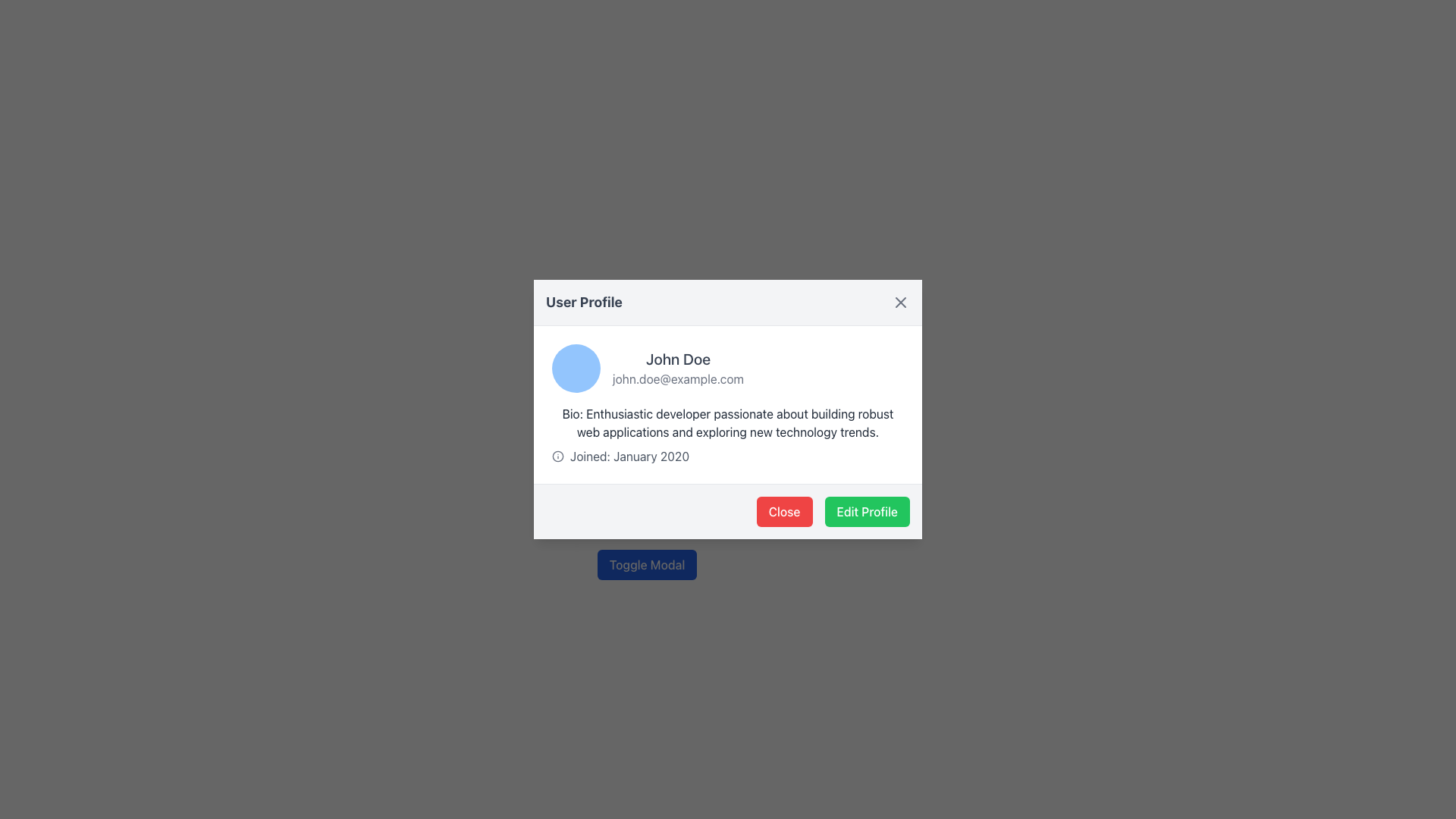 This screenshot has width=1456, height=819. Describe the element at coordinates (867, 512) in the screenshot. I see `the 'Edit Profile' button, which is a rectangular button with a vibrant green background and white bold text, located in the bottom right corner of the modal dialog box` at that location.